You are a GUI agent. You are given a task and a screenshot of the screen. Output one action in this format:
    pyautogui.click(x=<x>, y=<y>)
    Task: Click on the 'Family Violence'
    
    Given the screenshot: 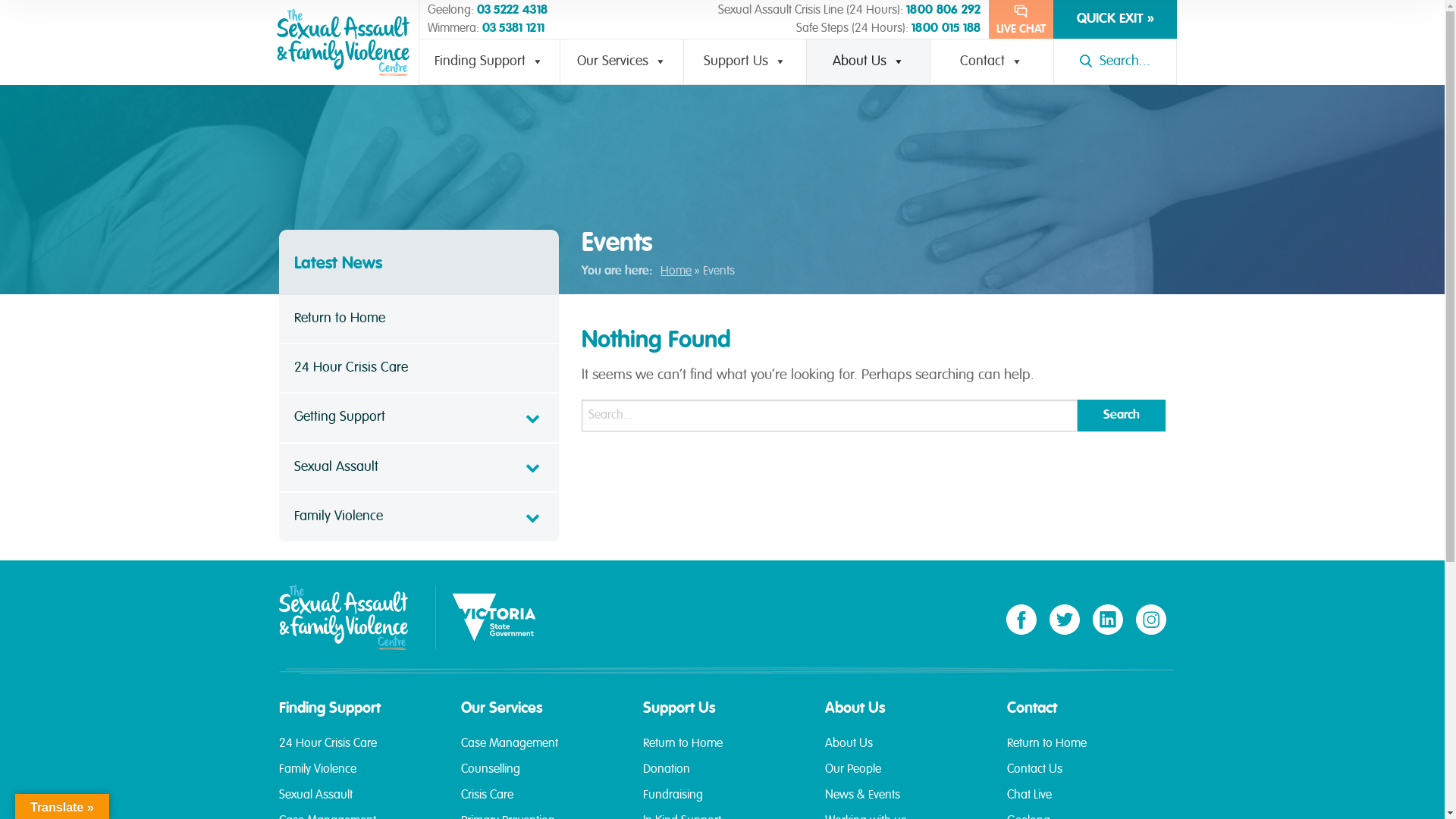 What is the action you would take?
    pyautogui.click(x=358, y=776)
    